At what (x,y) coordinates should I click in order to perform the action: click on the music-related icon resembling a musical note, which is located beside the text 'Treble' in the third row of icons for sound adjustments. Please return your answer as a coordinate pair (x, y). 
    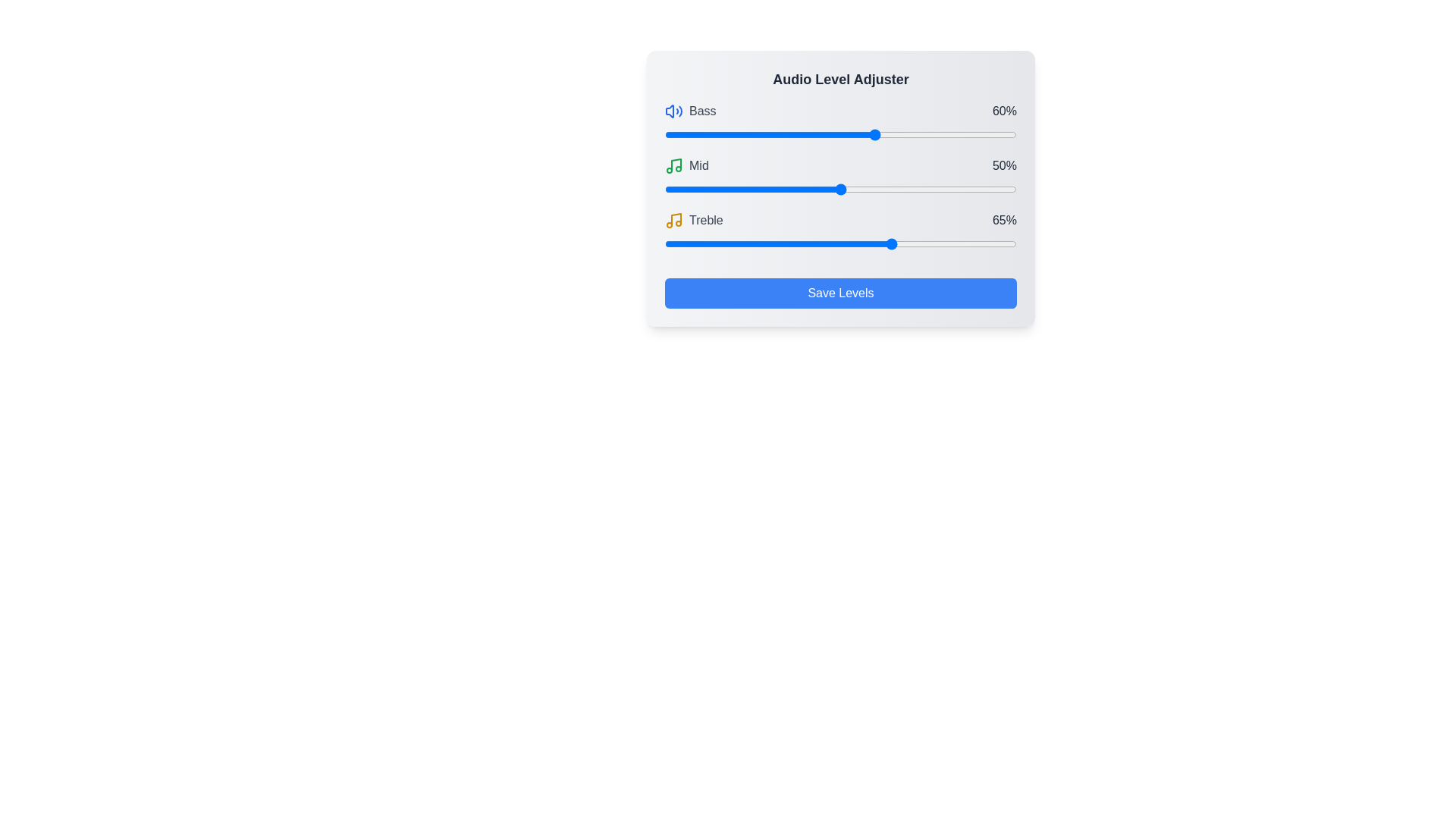
    Looking at the image, I should click on (676, 219).